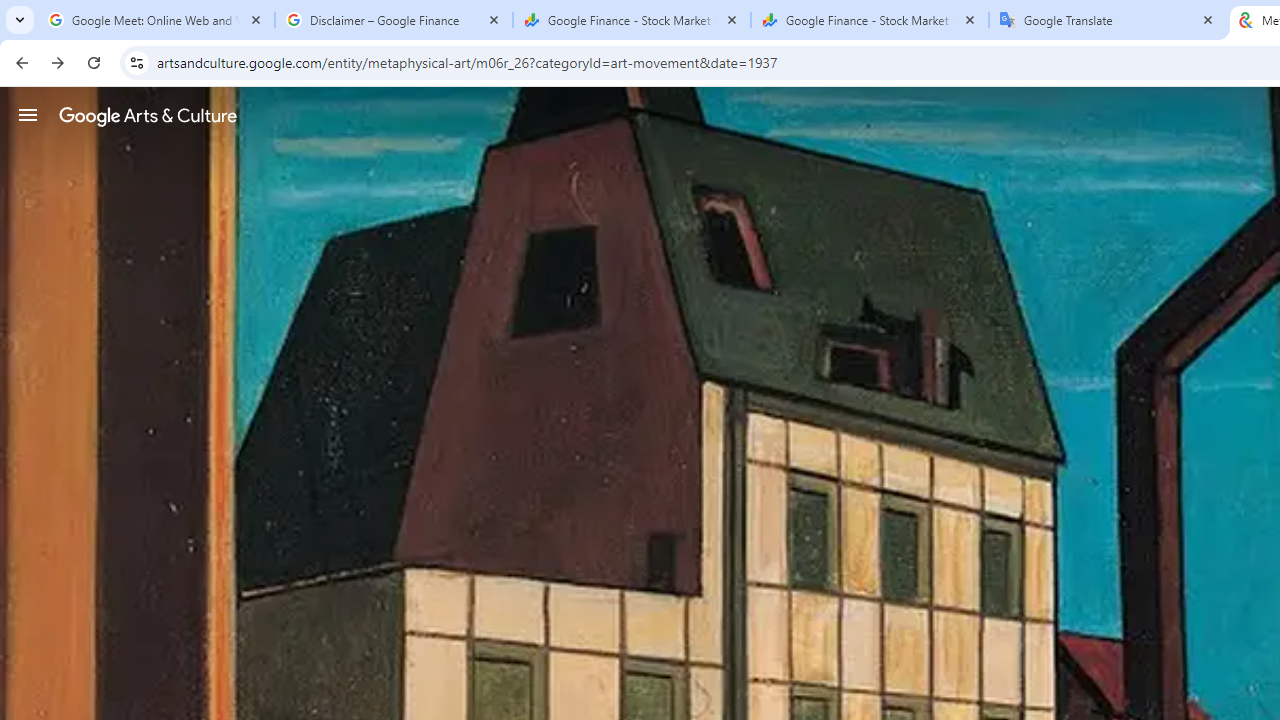 Image resolution: width=1280 pixels, height=720 pixels. Describe the element at coordinates (1107, 20) in the screenshot. I see `'Google Translate'` at that location.